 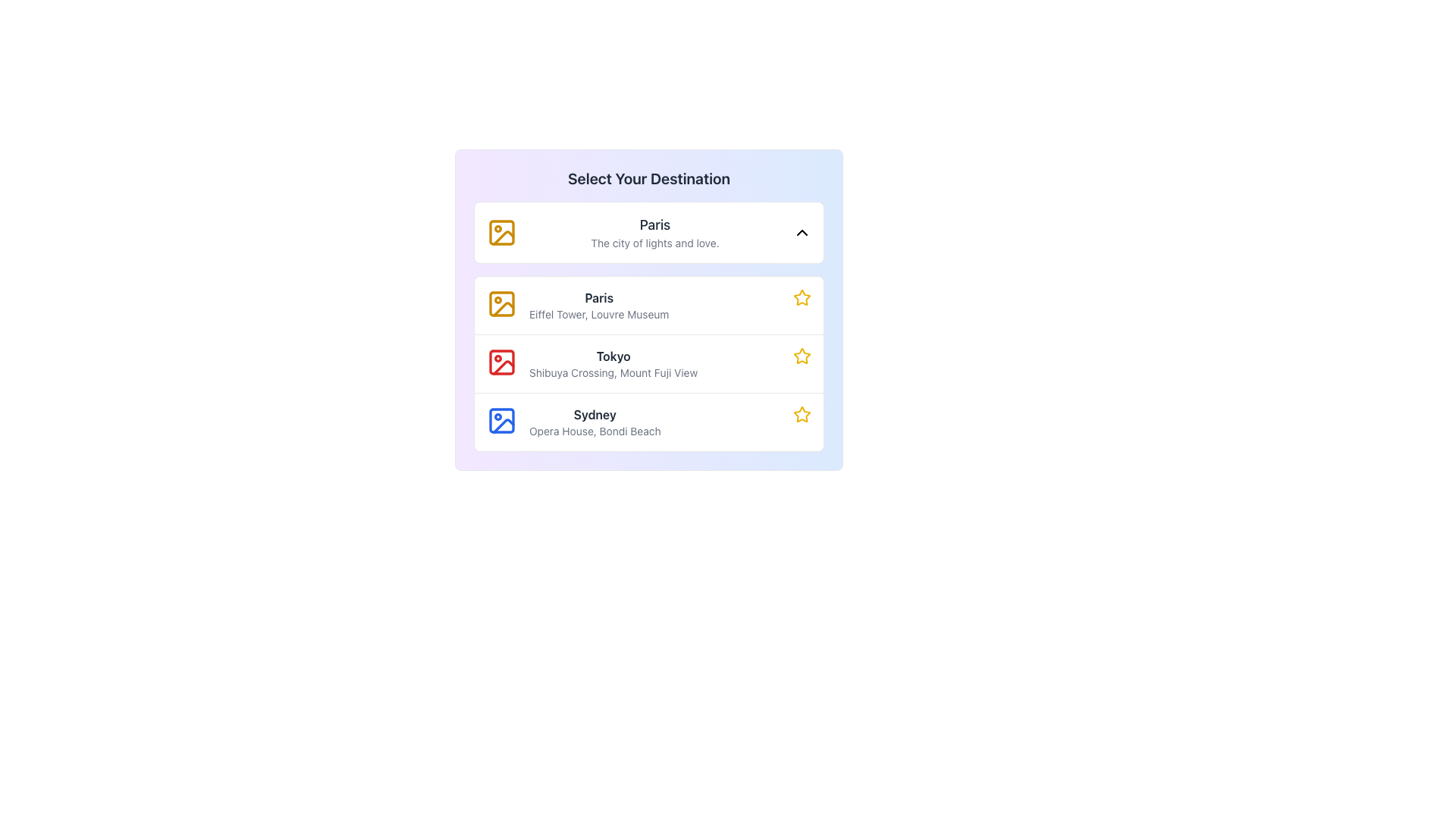 What do you see at coordinates (594, 431) in the screenshot?
I see `the text label providing additional information for the 'Sydney' list entry located under the 'Select Your Destination' header` at bounding box center [594, 431].